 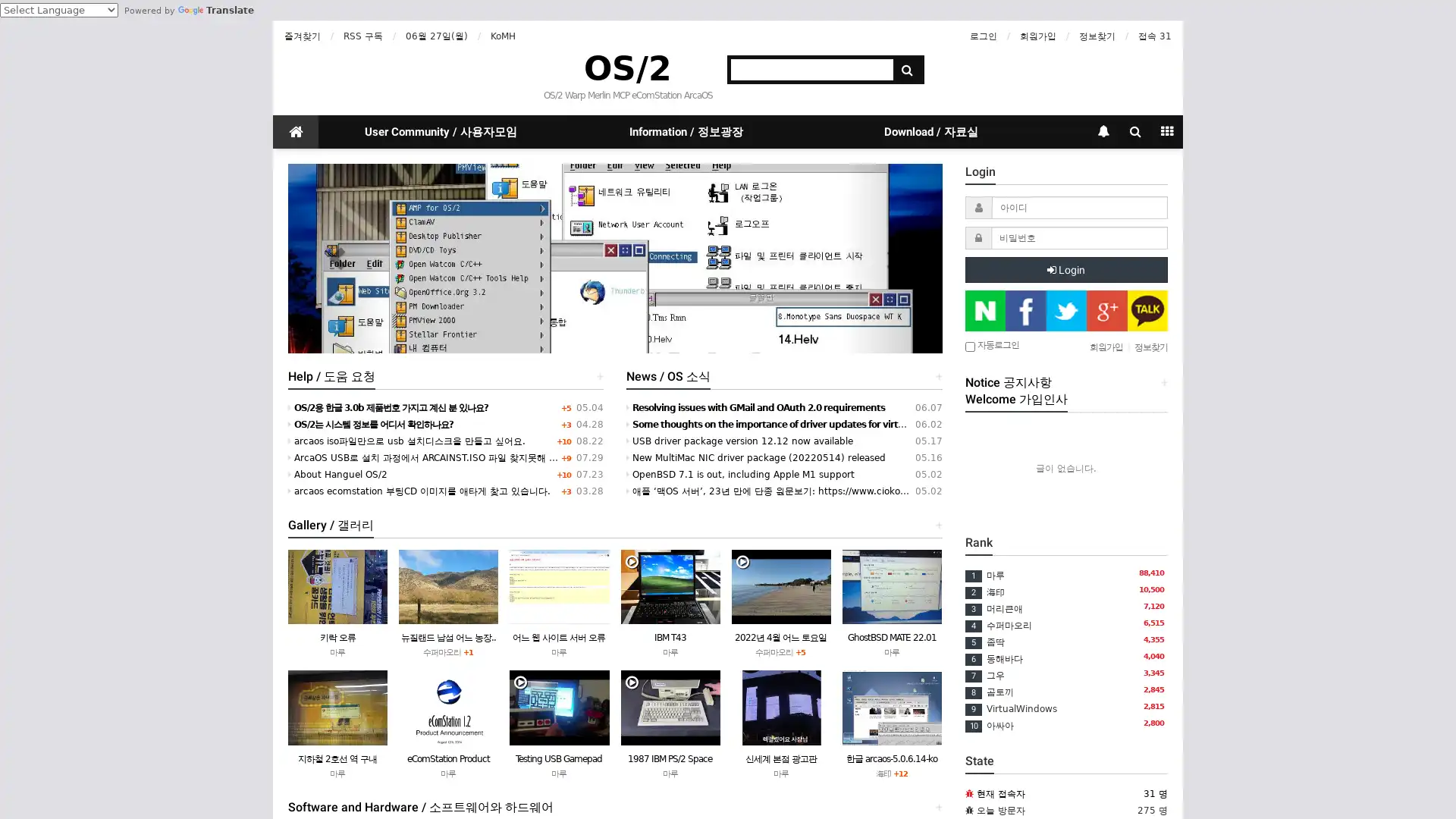 I want to click on Login, so click(x=1065, y=268).